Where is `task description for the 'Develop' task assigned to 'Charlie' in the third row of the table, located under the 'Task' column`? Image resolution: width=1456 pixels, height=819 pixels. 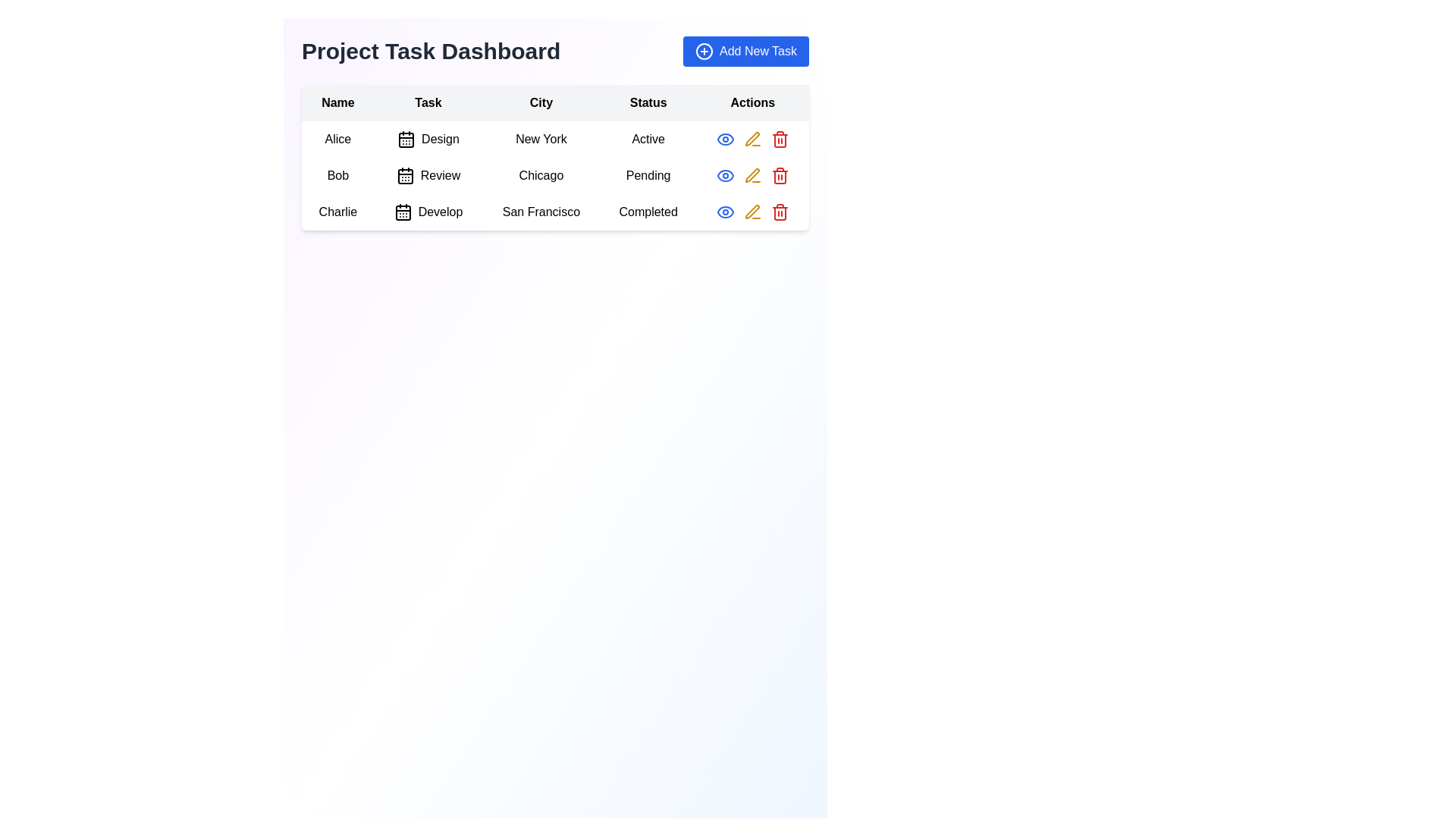 task description for the 'Develop' task assigned to 'Charlie' in the third row of the table, located under the 'Task' column is located at coordinates (428, 212).